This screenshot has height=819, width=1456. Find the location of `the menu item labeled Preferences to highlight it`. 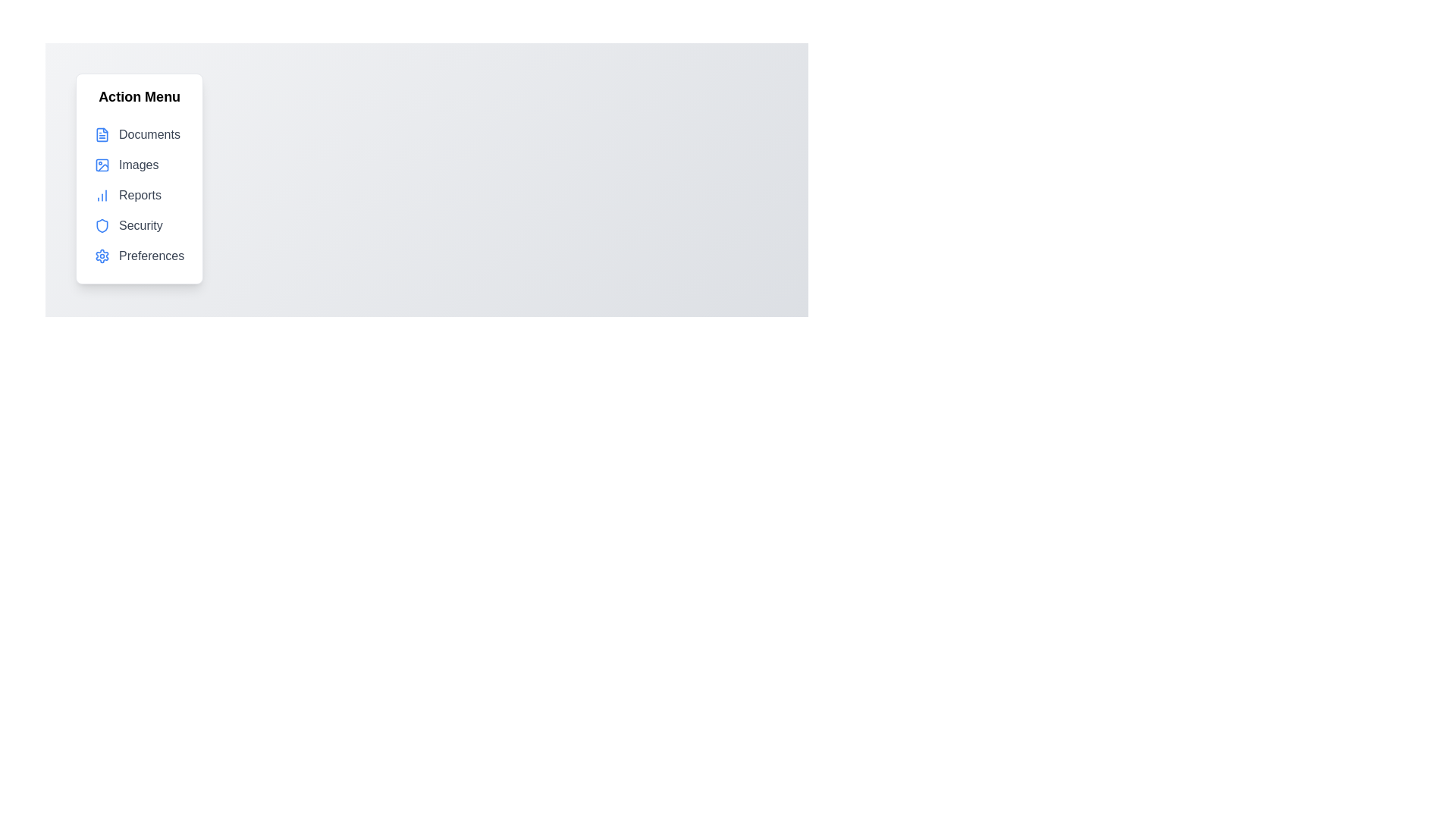

the menu item labeled Preferences to highlight it is located at coordinates (139, 256).